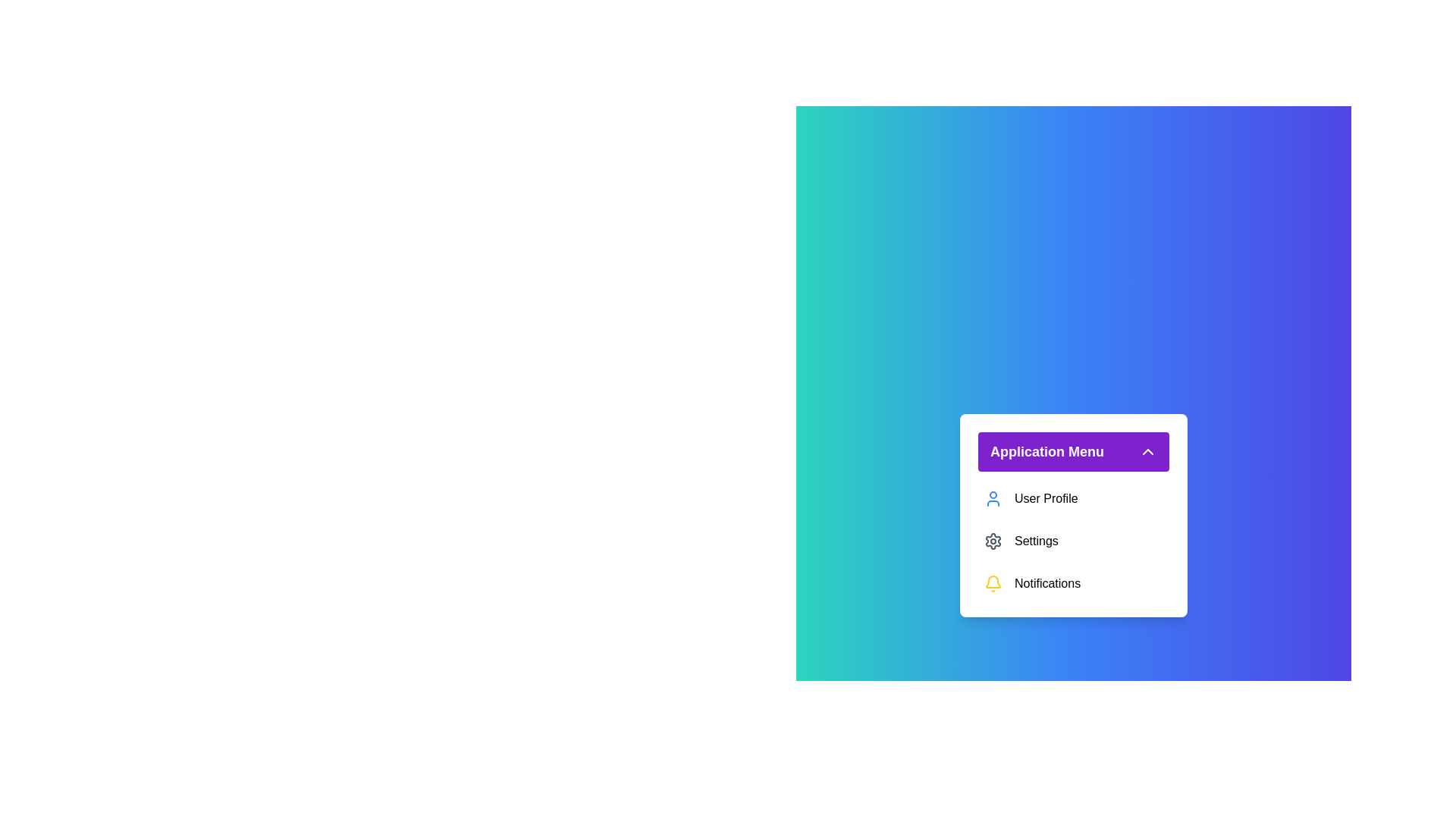 The height and width of the screenshot is (819, 1456). Describe the element at coordinates (1073, 499) in the screenshot. I see `the 'User Profile' menu item` at that location.